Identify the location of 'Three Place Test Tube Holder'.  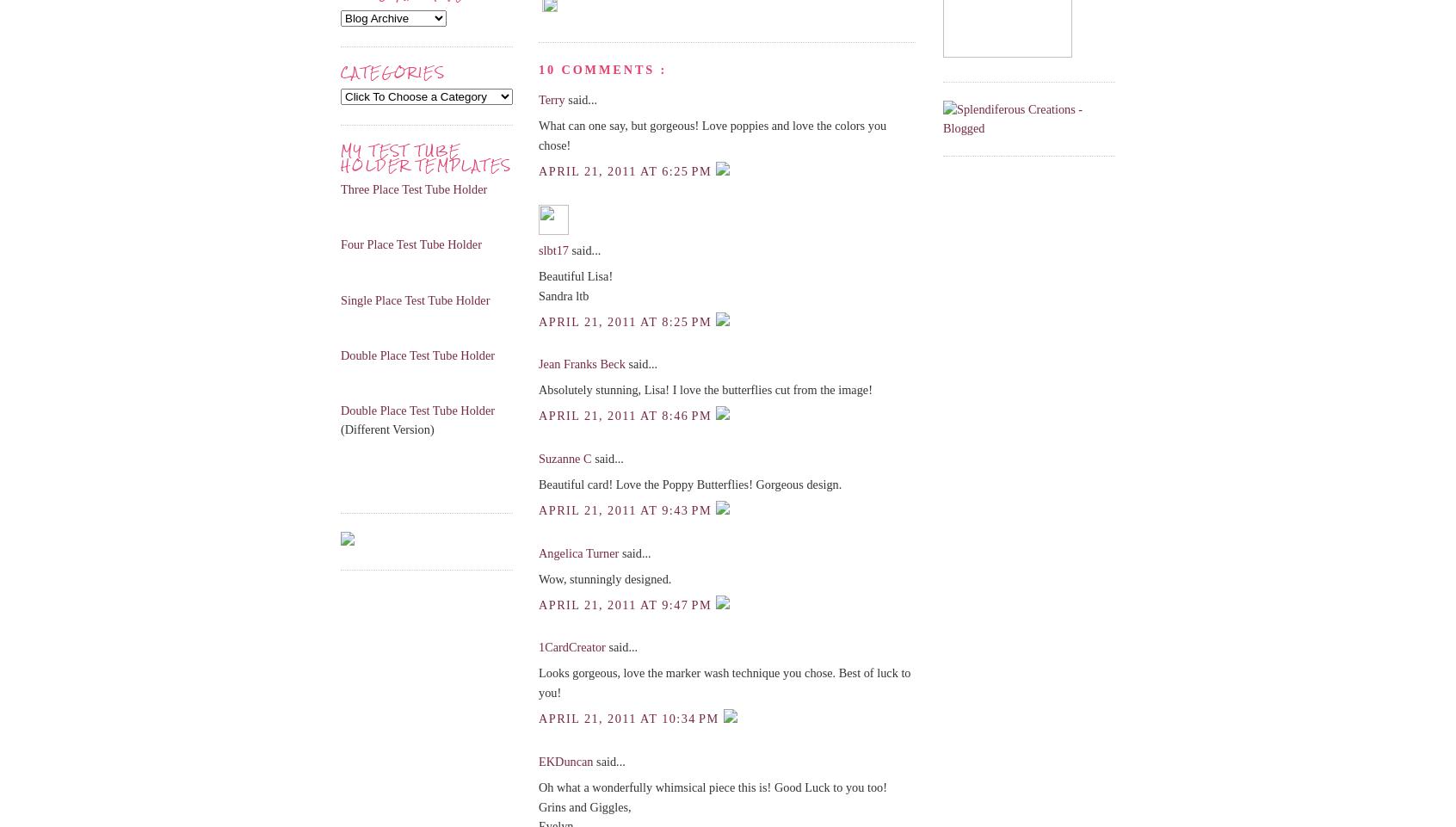
(413, 188).